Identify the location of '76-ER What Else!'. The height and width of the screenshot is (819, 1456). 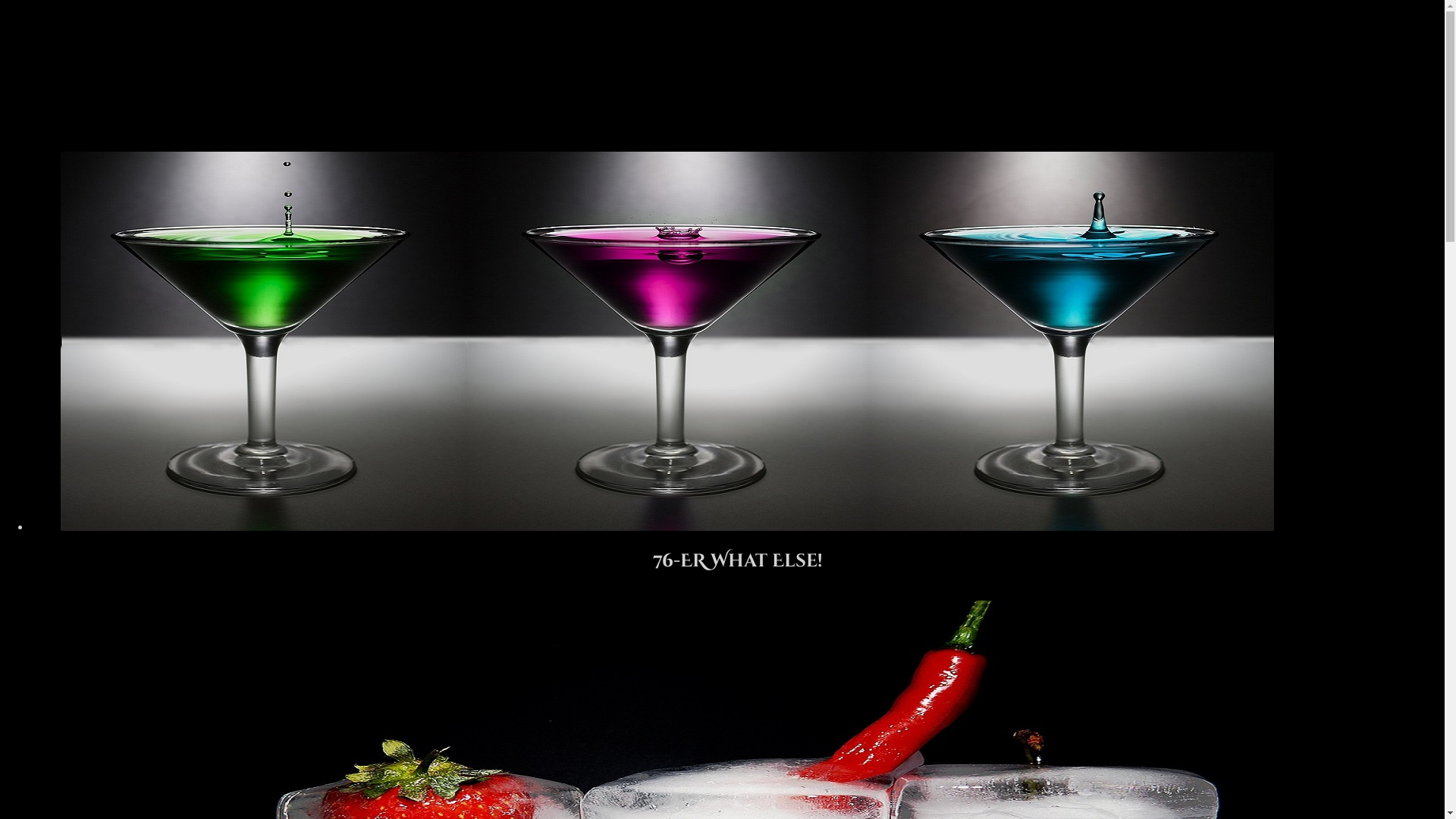
(737, 554).